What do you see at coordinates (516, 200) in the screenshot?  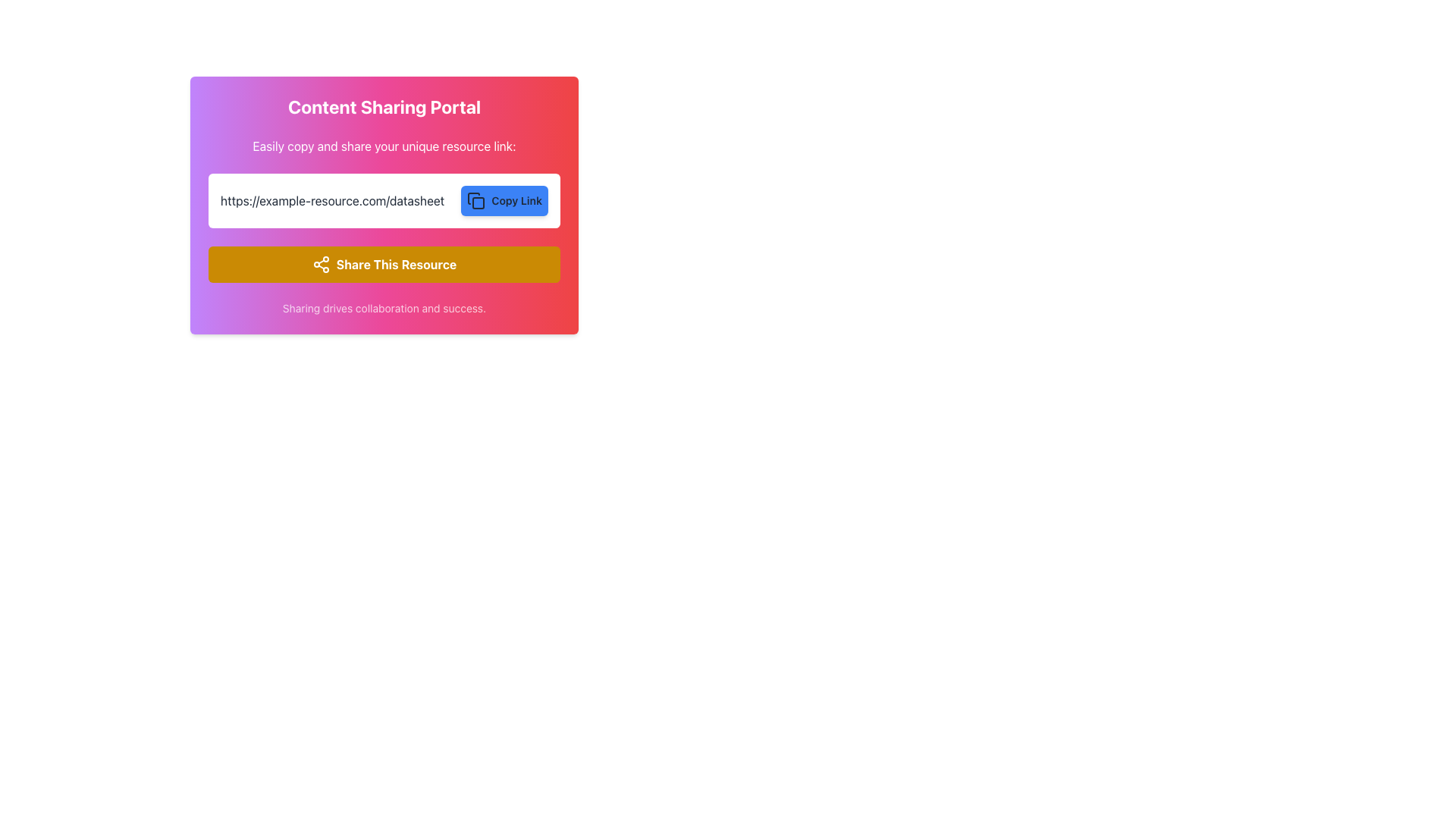 I see `the 'Copy Link' text label which is styled with a bold font and has a blue background, located inside a blue button to the right of a URL input field` at bounding box center [516, 200].